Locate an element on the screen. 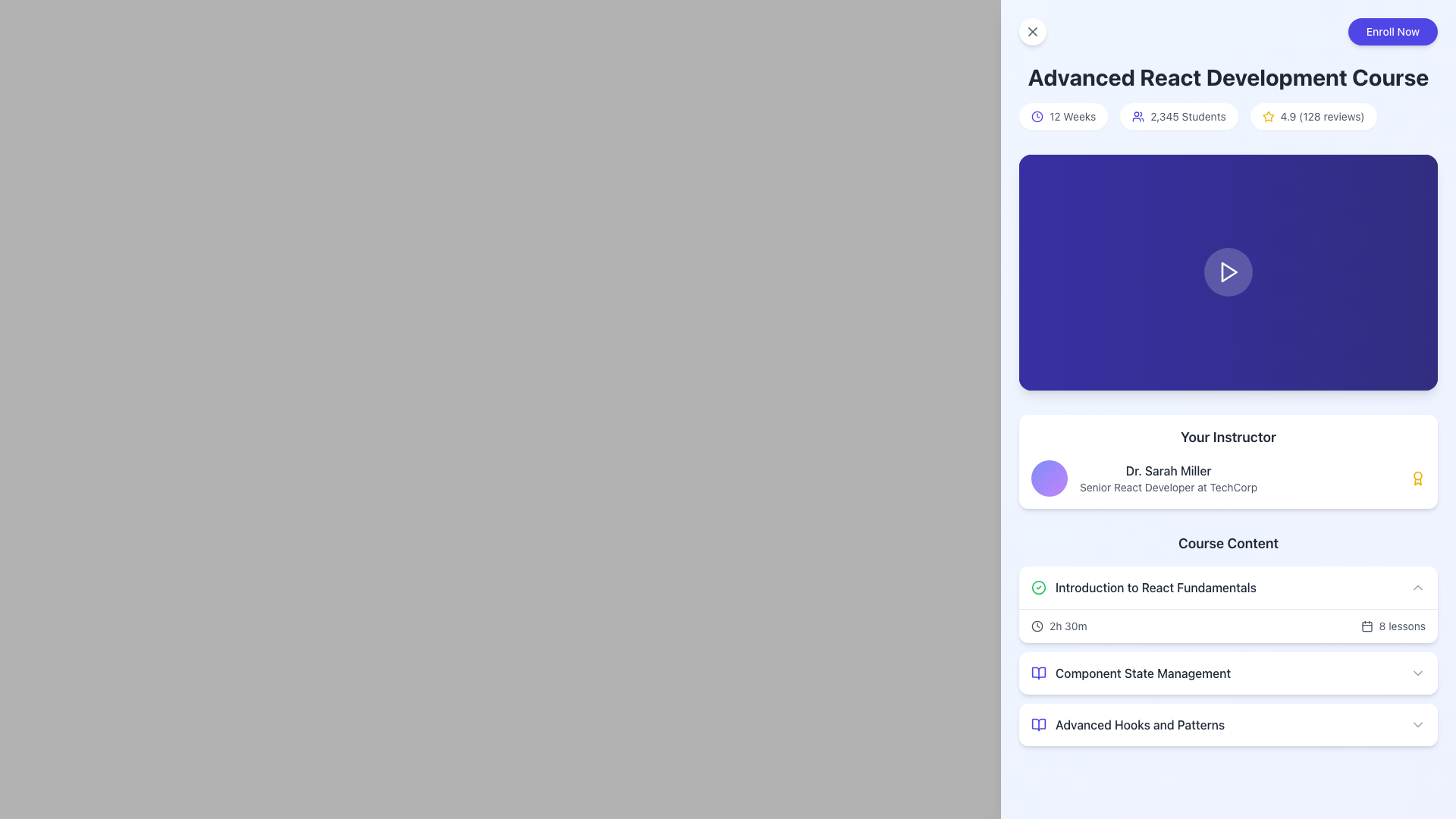  the circular button with a play icon located at the top-middle part of the page is located at coordinates (1228, 271).